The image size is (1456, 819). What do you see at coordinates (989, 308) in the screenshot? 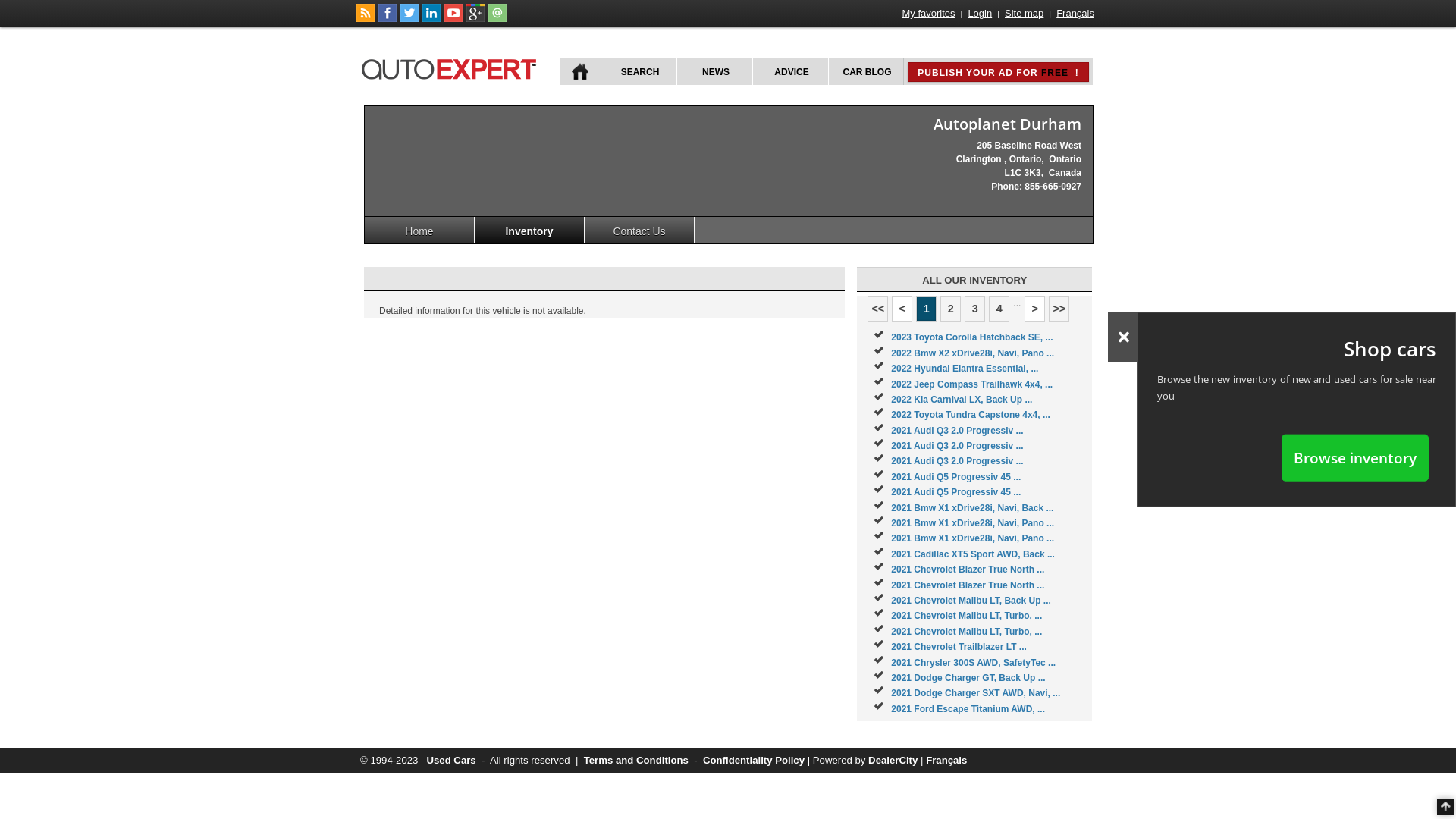
I see `'4'` at bounding box center [989, 308].